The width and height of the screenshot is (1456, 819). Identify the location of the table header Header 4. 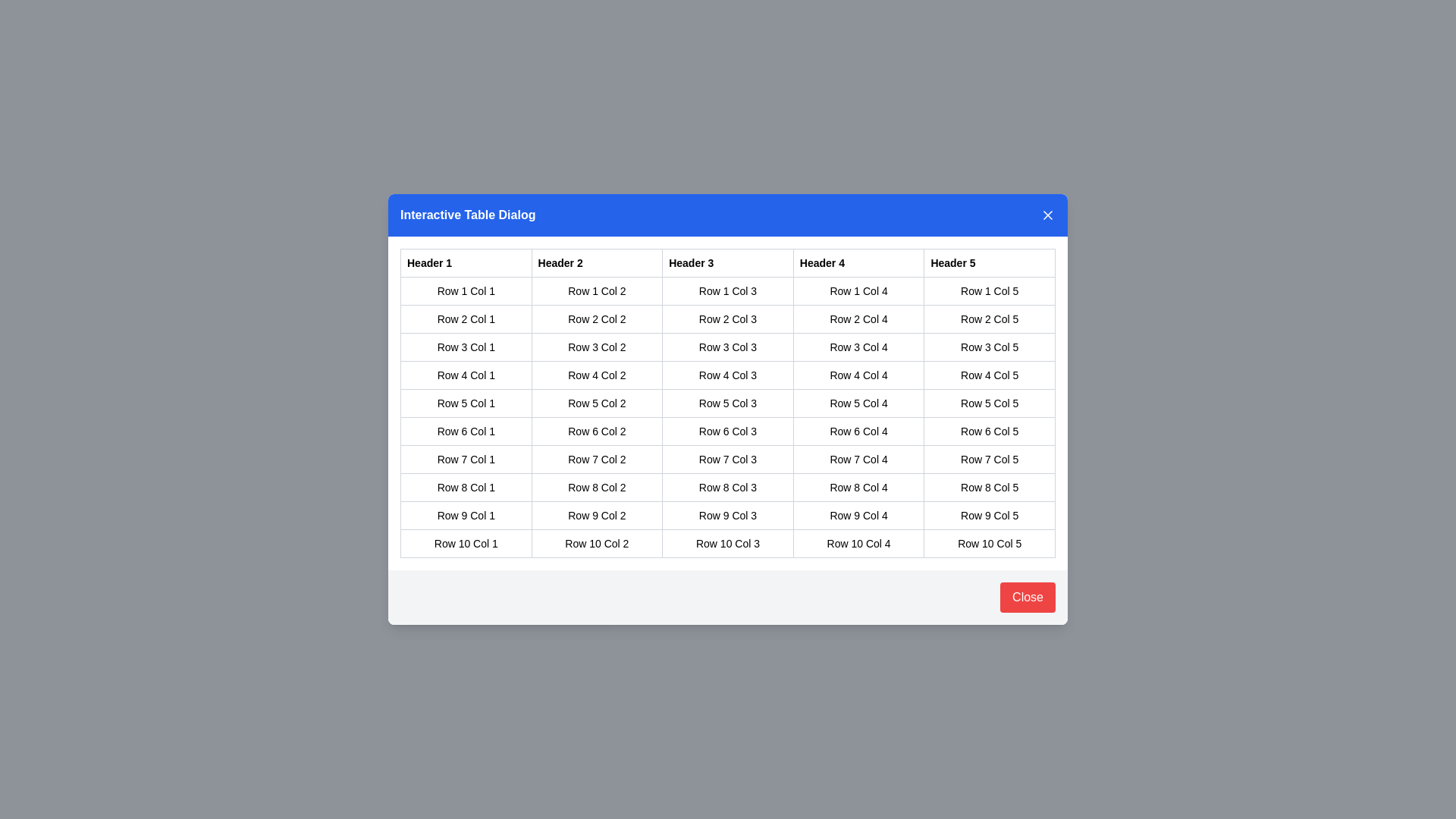
(858, 262).